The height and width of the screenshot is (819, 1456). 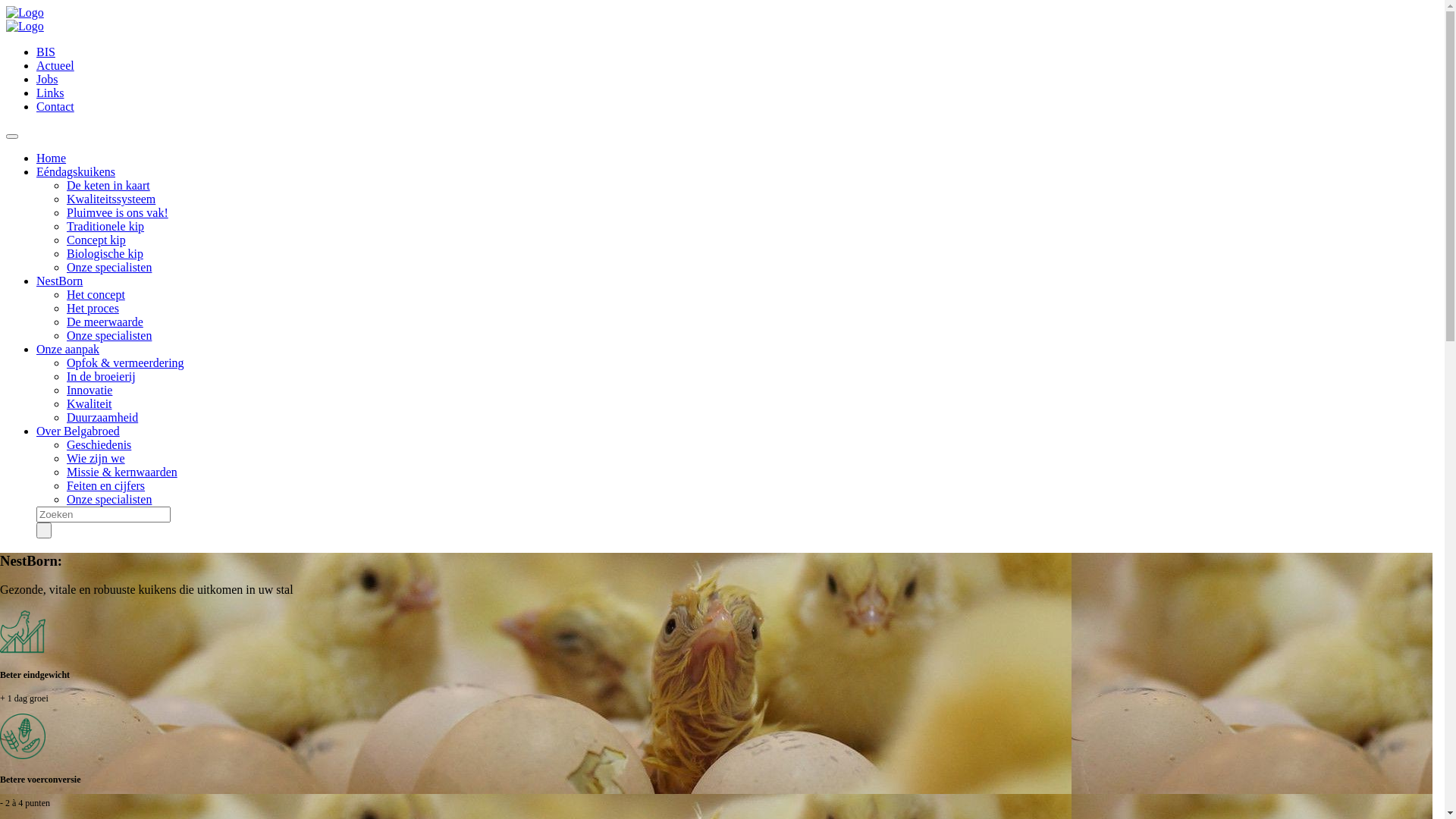 What do you see at coordinates (92, 307) in the screenshot?
I see `'Het proces'` at bounding box center [92, 307].